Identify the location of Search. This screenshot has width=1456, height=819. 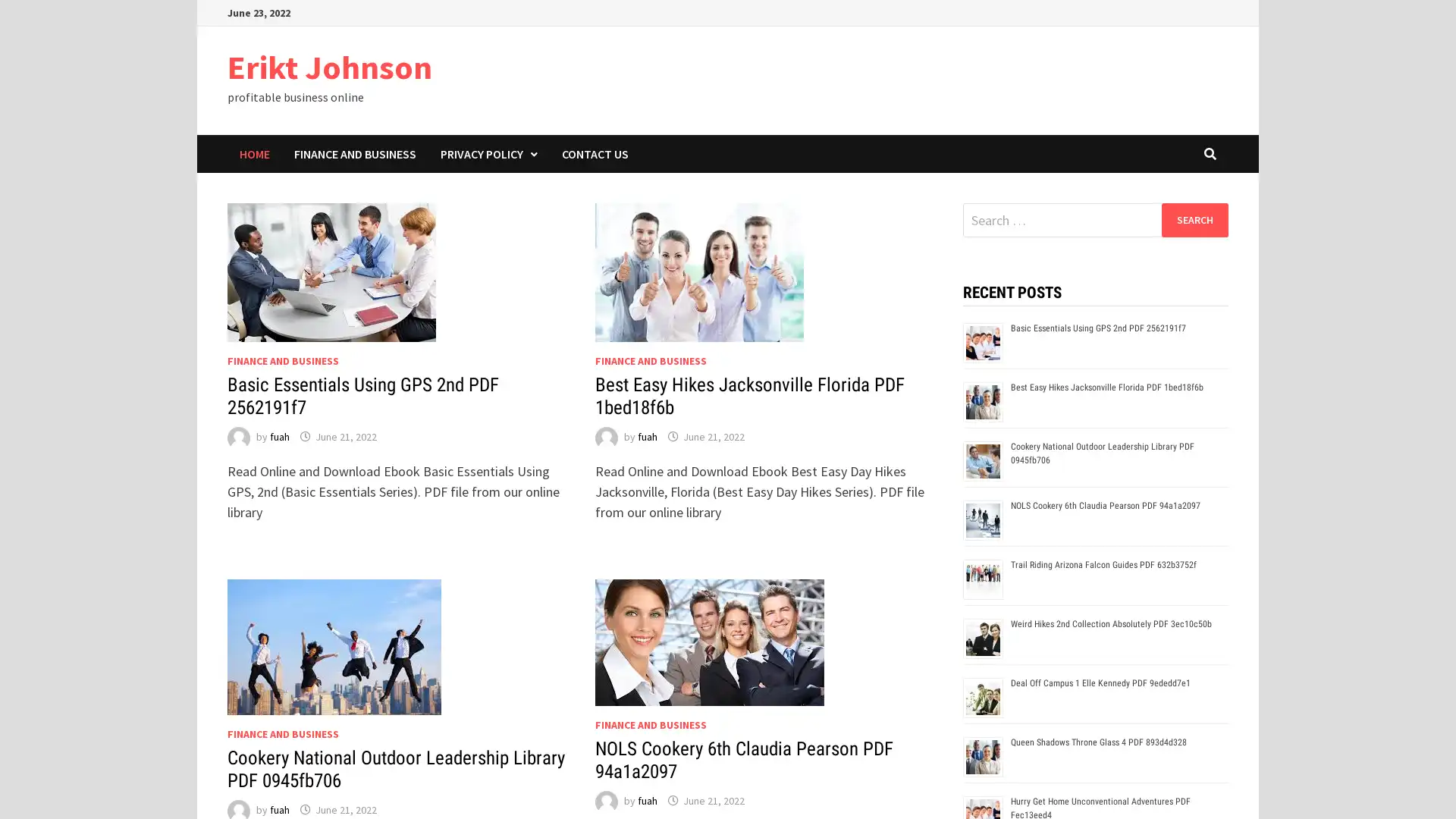
(1194, 219).